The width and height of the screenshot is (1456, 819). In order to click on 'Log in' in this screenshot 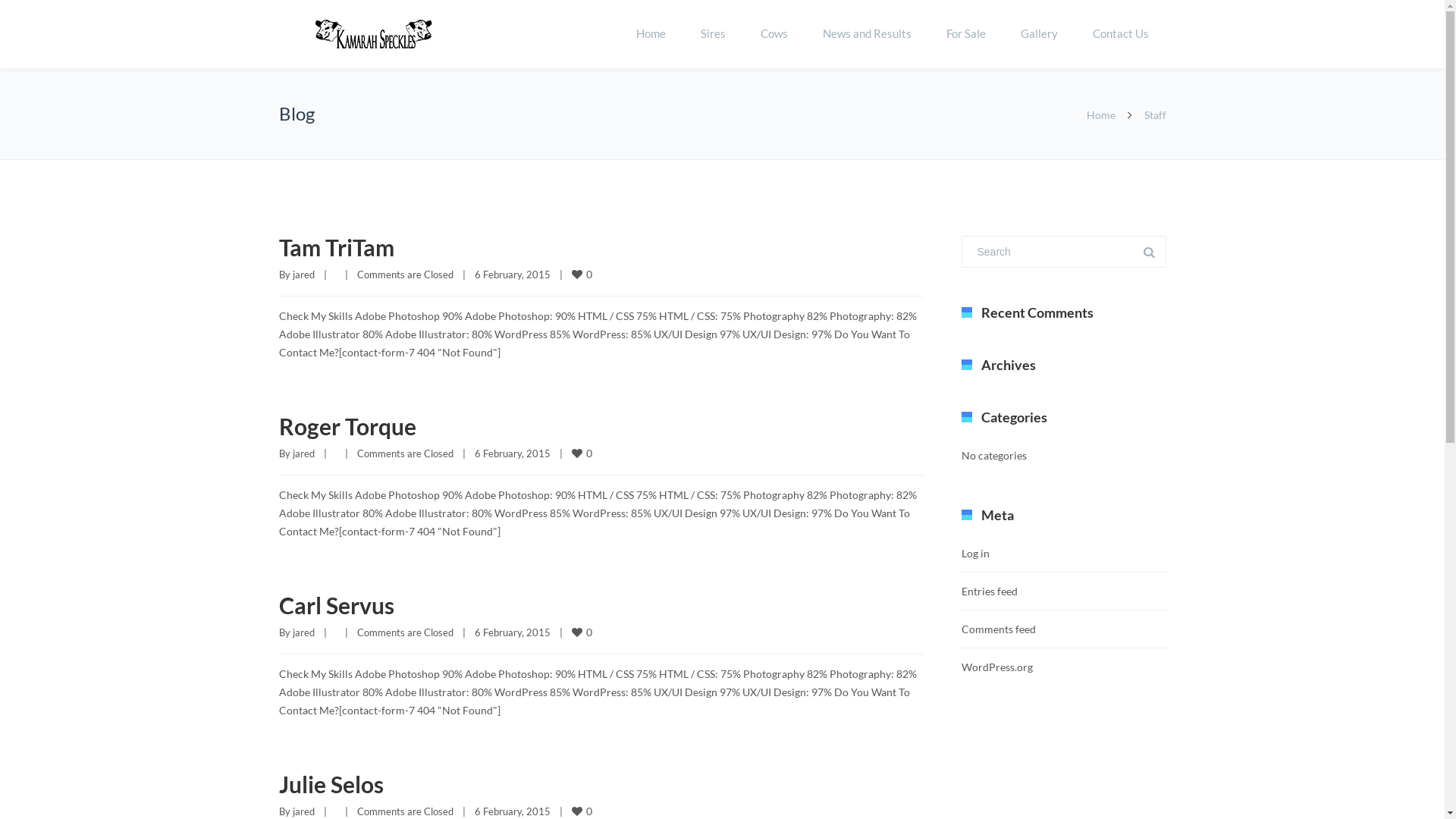, I will do `click(960, 553)`.